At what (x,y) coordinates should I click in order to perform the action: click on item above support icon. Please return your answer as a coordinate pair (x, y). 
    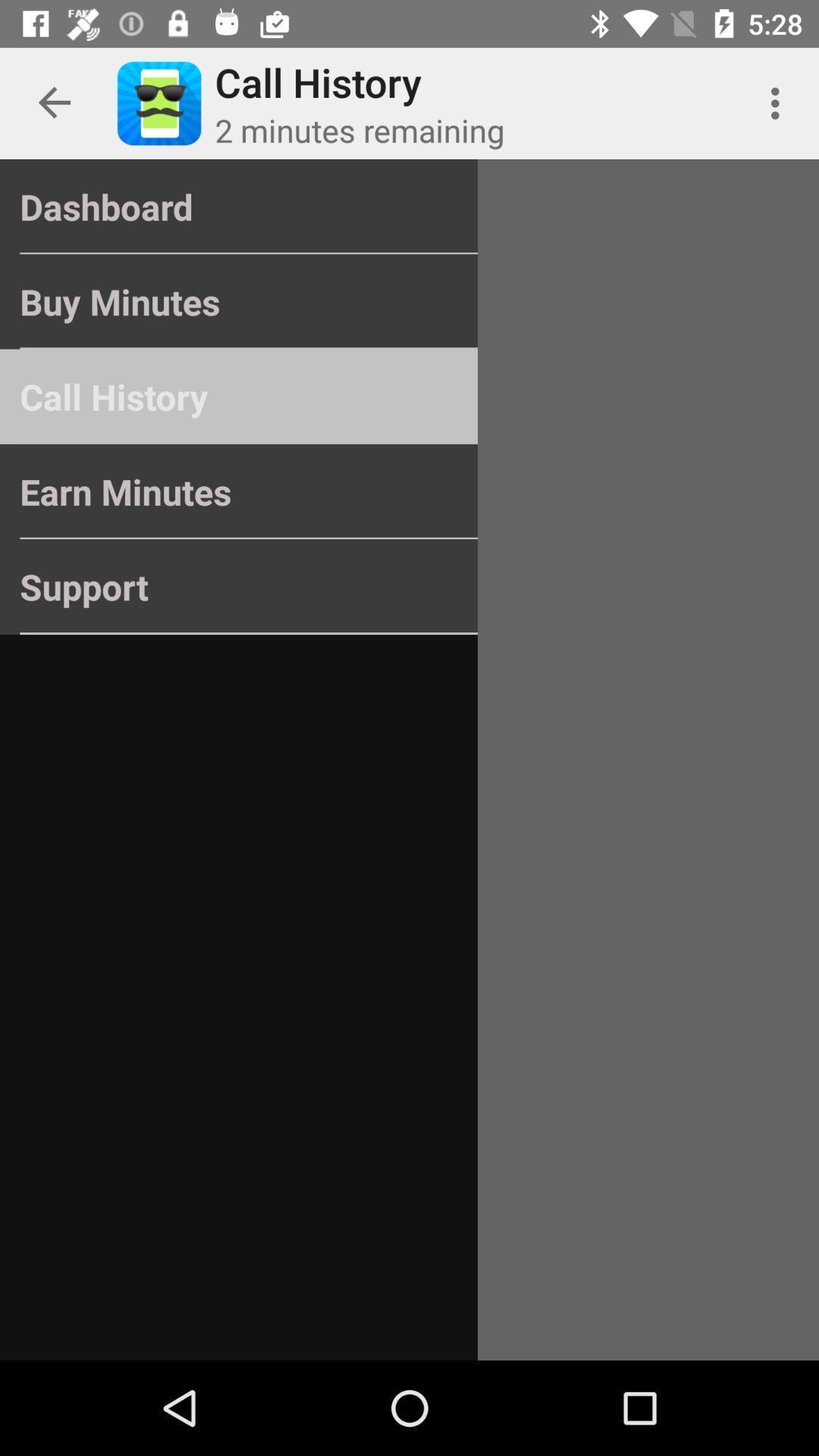
    Looking at the image, I should click on (239, 491).